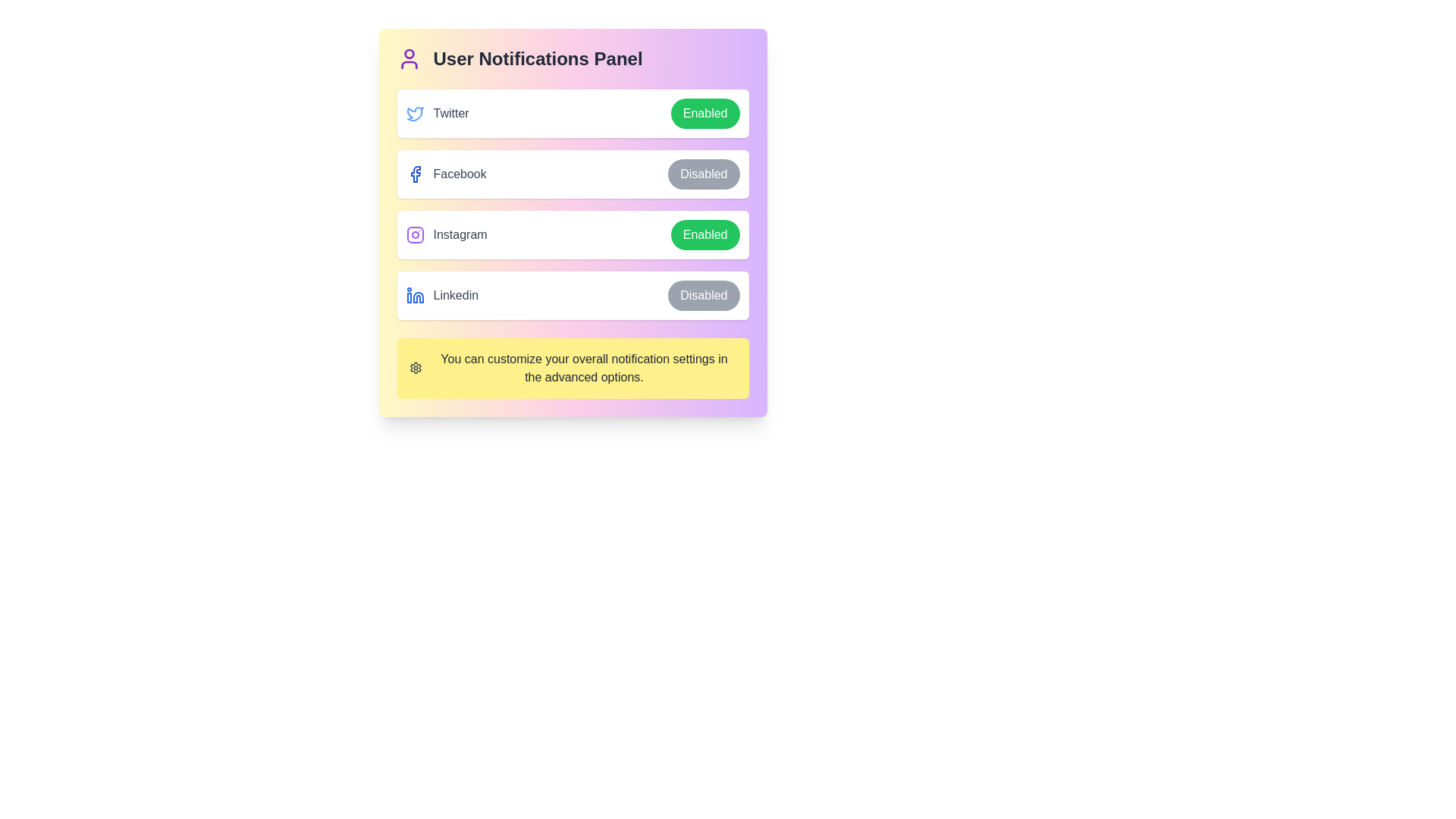  I want to click on the pill-shaped button labeled 'Disabled' with white text on a gray background, located to the far right of the 'Facebook' section in the second row of a vertical list, so click(703, 174).